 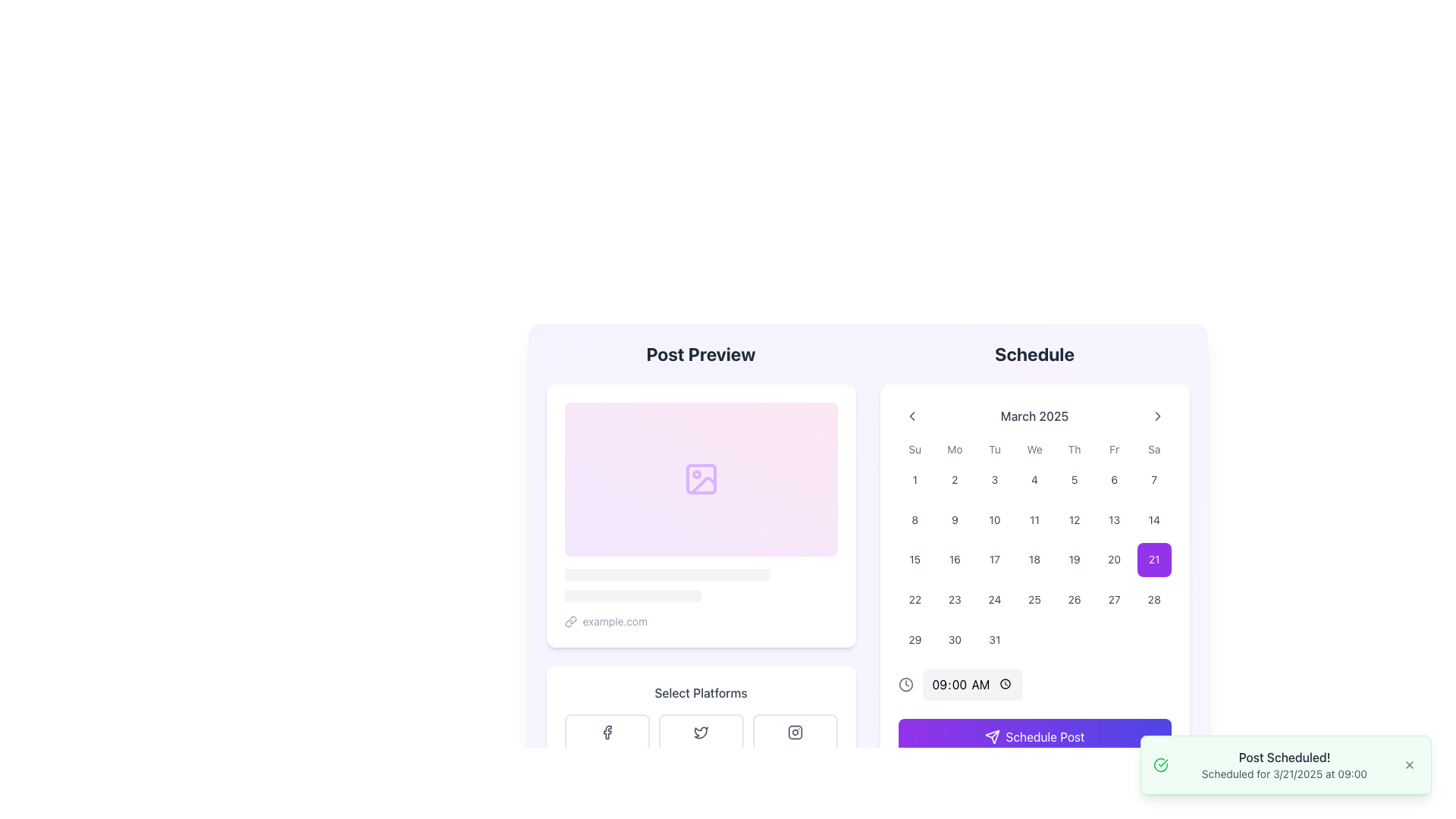 I want to click on the date '11' button in the calendar grid located in the 'Schedule' section, so click(x=1034, y=519).